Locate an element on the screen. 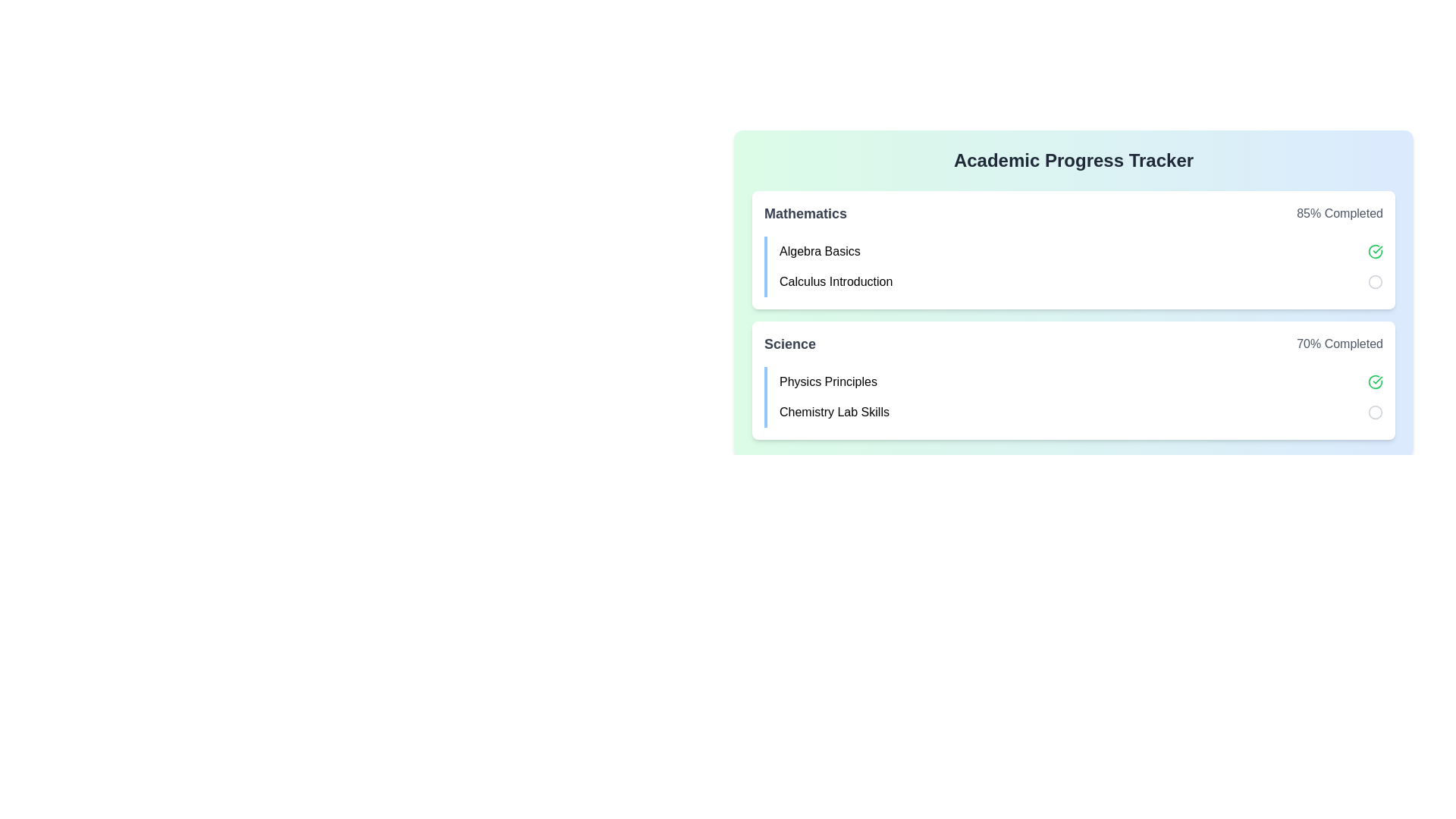 This screenshot has height=819, width=1456. the circular icon with a check mark, styled in green, which indicates completion or success, located to the far right of the 'Algebra Basics' text is located at coordinates (1376, 250).